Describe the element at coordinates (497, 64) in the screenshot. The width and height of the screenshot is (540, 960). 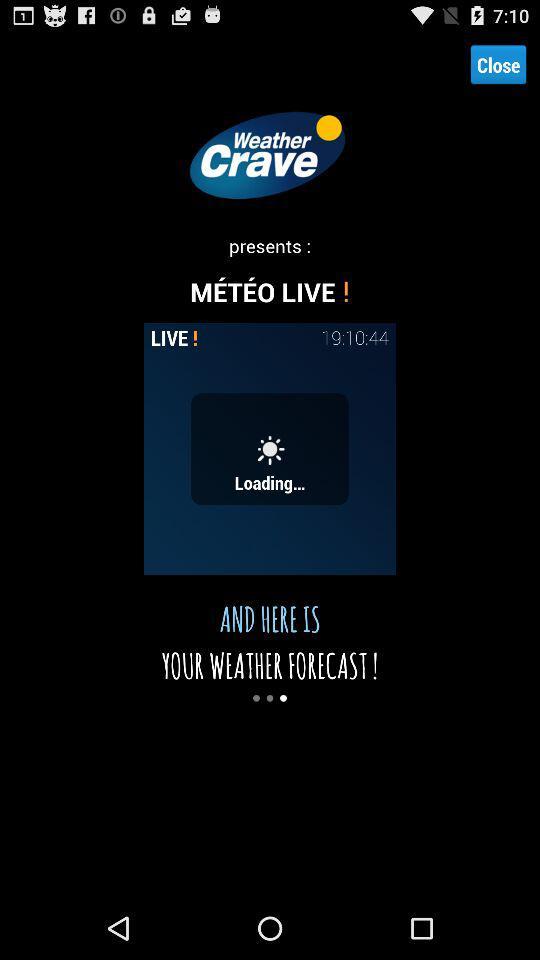
I see `the close item` at that location.